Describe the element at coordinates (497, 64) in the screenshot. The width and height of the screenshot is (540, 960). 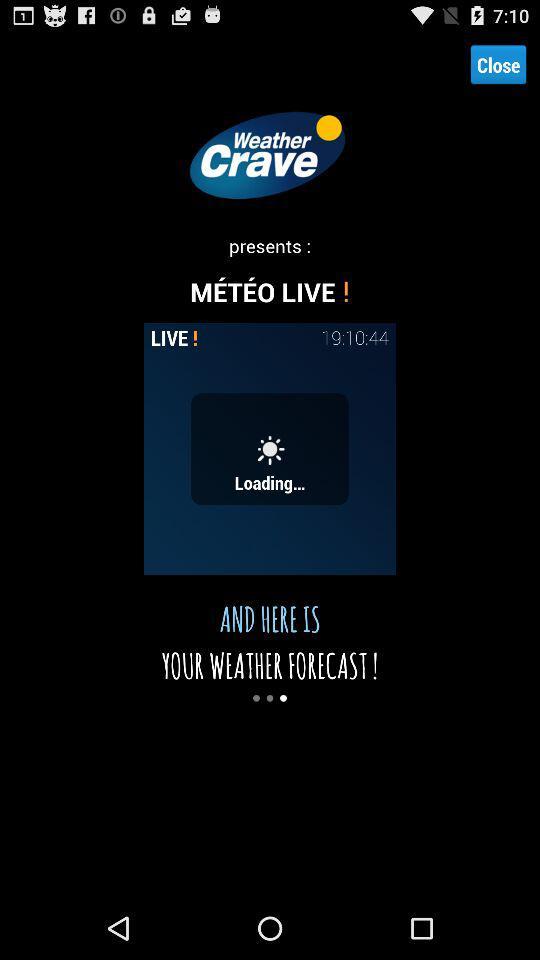
I see `the close item` at that location.